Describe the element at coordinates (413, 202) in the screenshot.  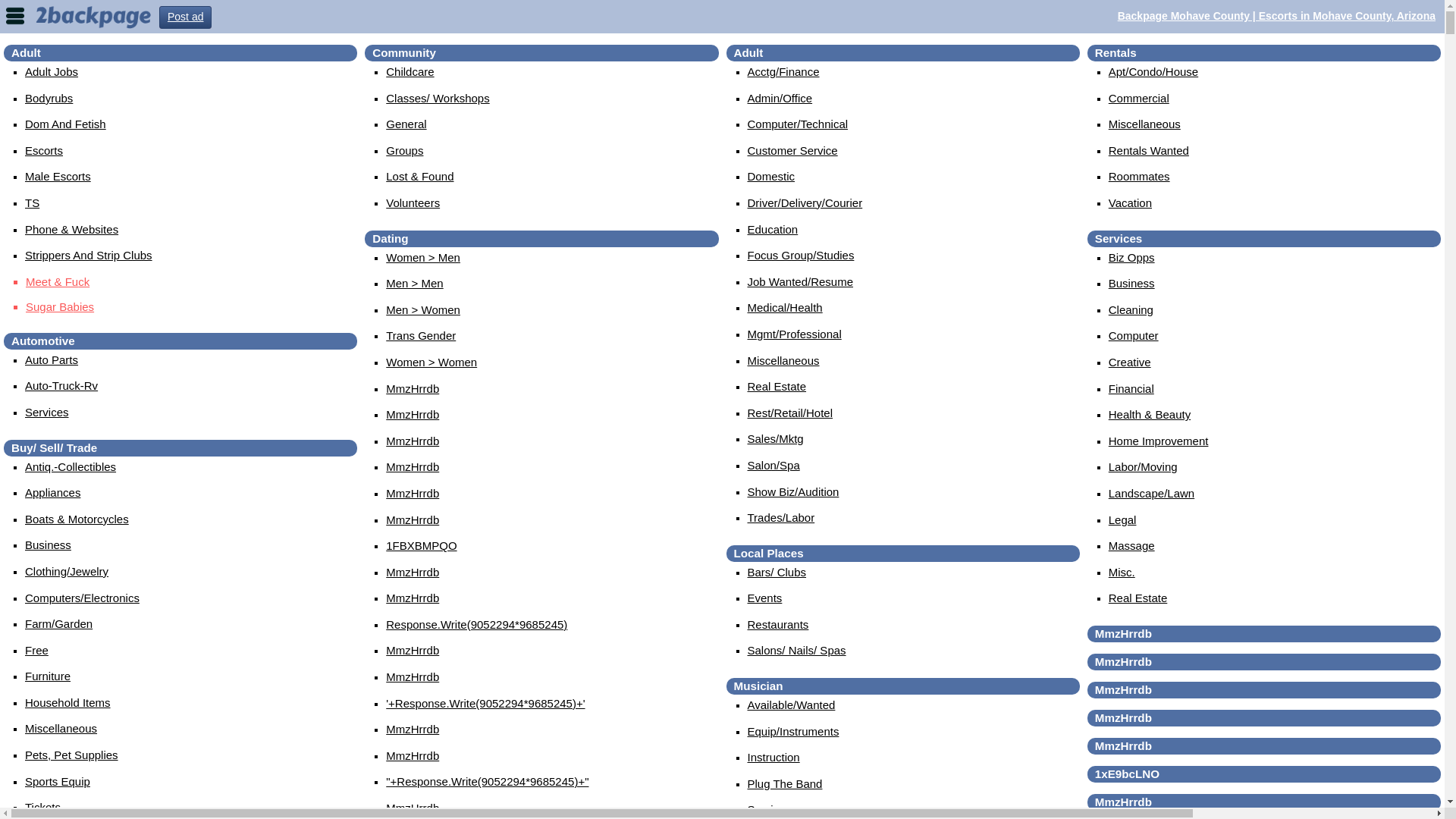
I see `'Volunteers'` at that location.